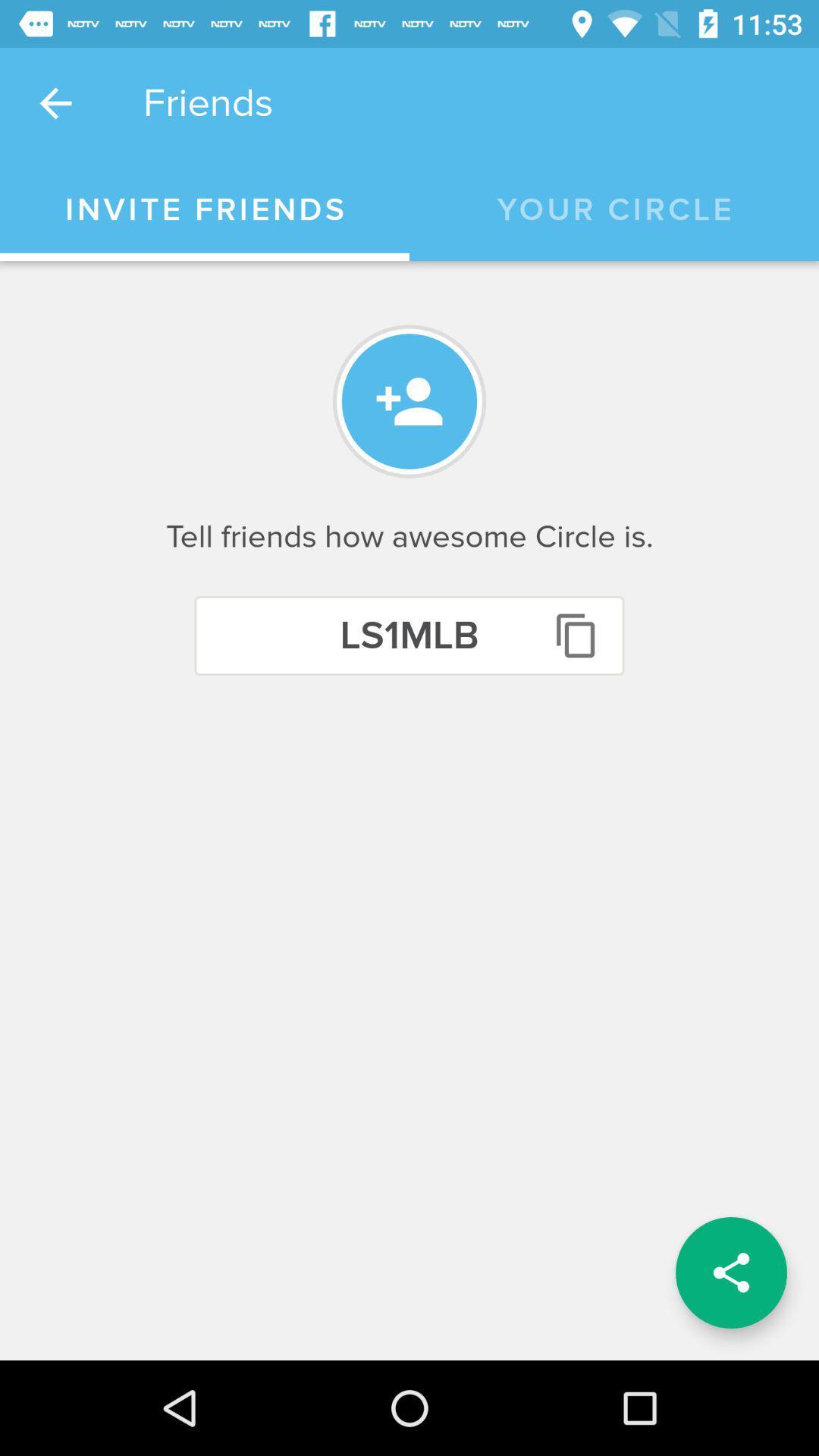  What do you see at coordinates (55, 102) in the screenshot?
I see `item to the left of friends item` at bounding box center [55, 102].